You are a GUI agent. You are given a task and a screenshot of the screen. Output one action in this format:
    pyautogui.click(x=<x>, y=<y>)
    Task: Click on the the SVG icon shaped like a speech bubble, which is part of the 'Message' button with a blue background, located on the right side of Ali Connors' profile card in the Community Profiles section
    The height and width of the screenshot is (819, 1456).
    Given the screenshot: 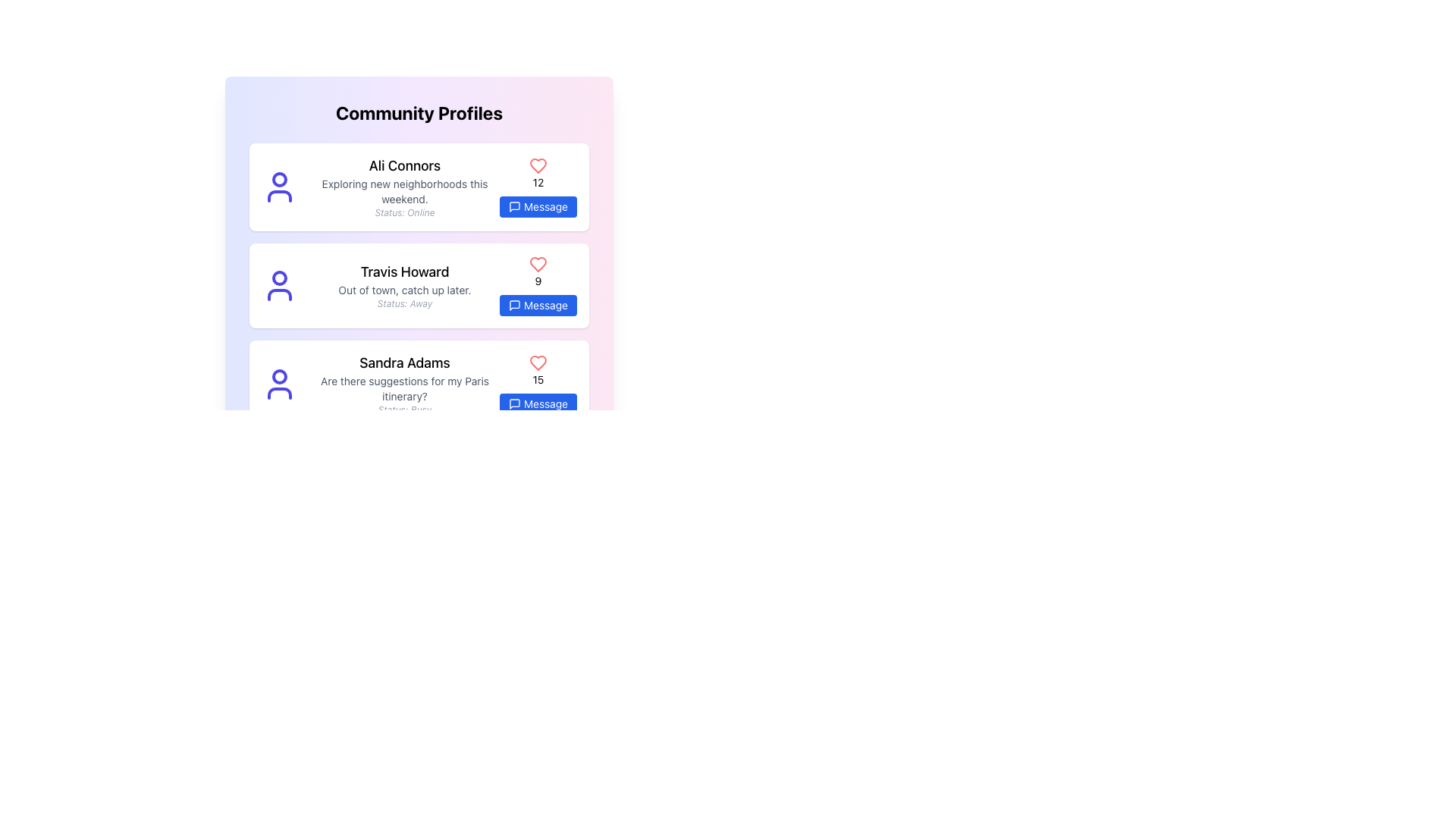 What is the action you would take?
    pyautogui.click(x=515, y=207)
    